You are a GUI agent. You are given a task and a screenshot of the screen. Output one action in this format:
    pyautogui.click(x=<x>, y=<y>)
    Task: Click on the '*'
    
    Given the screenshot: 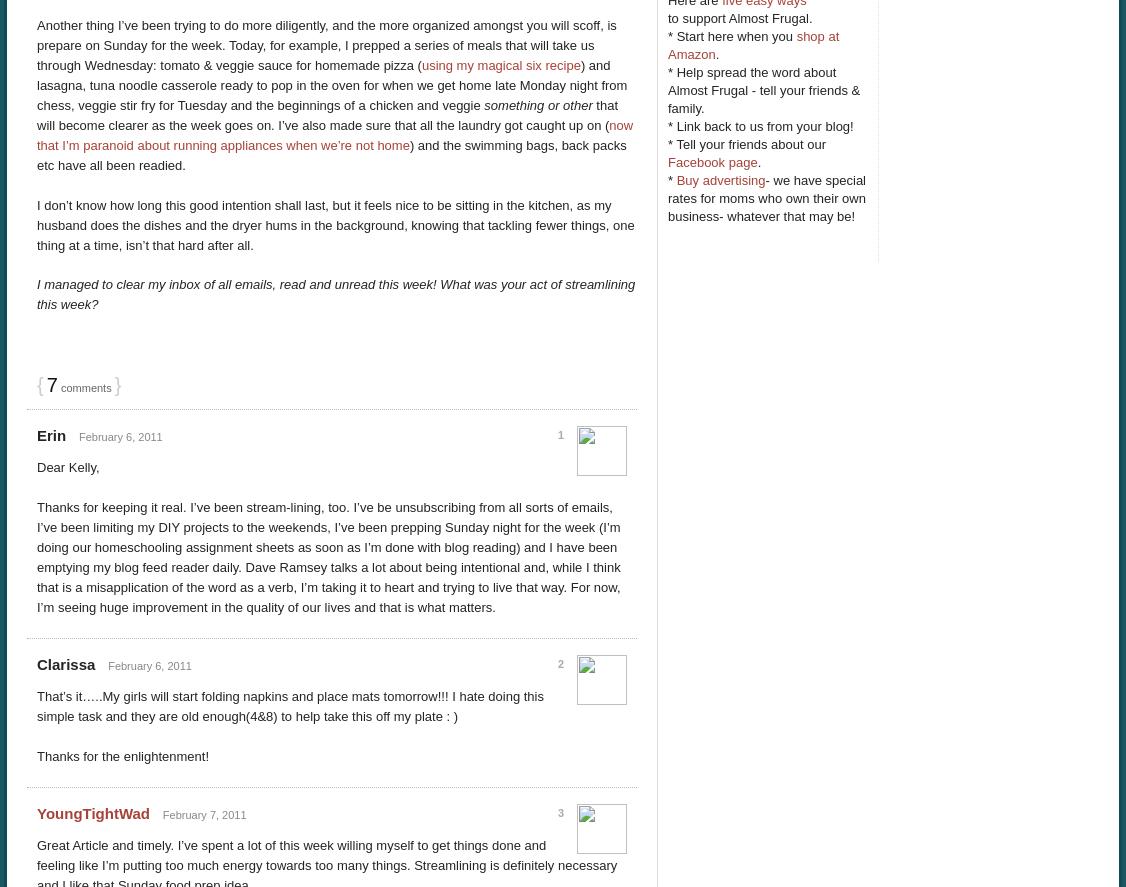 What is the action you would take?
    pyautogui.click(x=671, y=178)
    